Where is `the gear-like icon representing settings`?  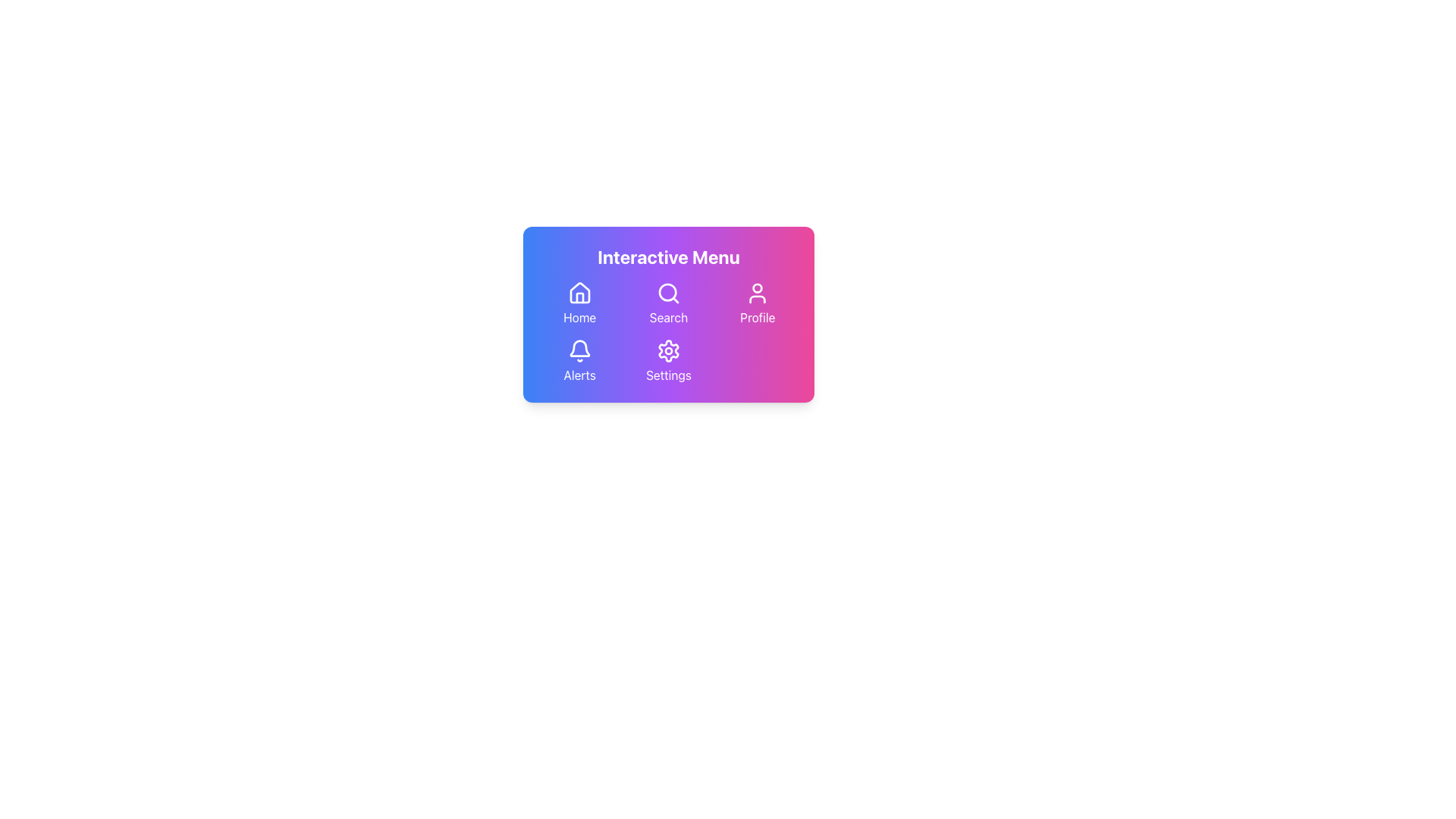
the gear-like icon representing settings is located at coordinates (668, 350).